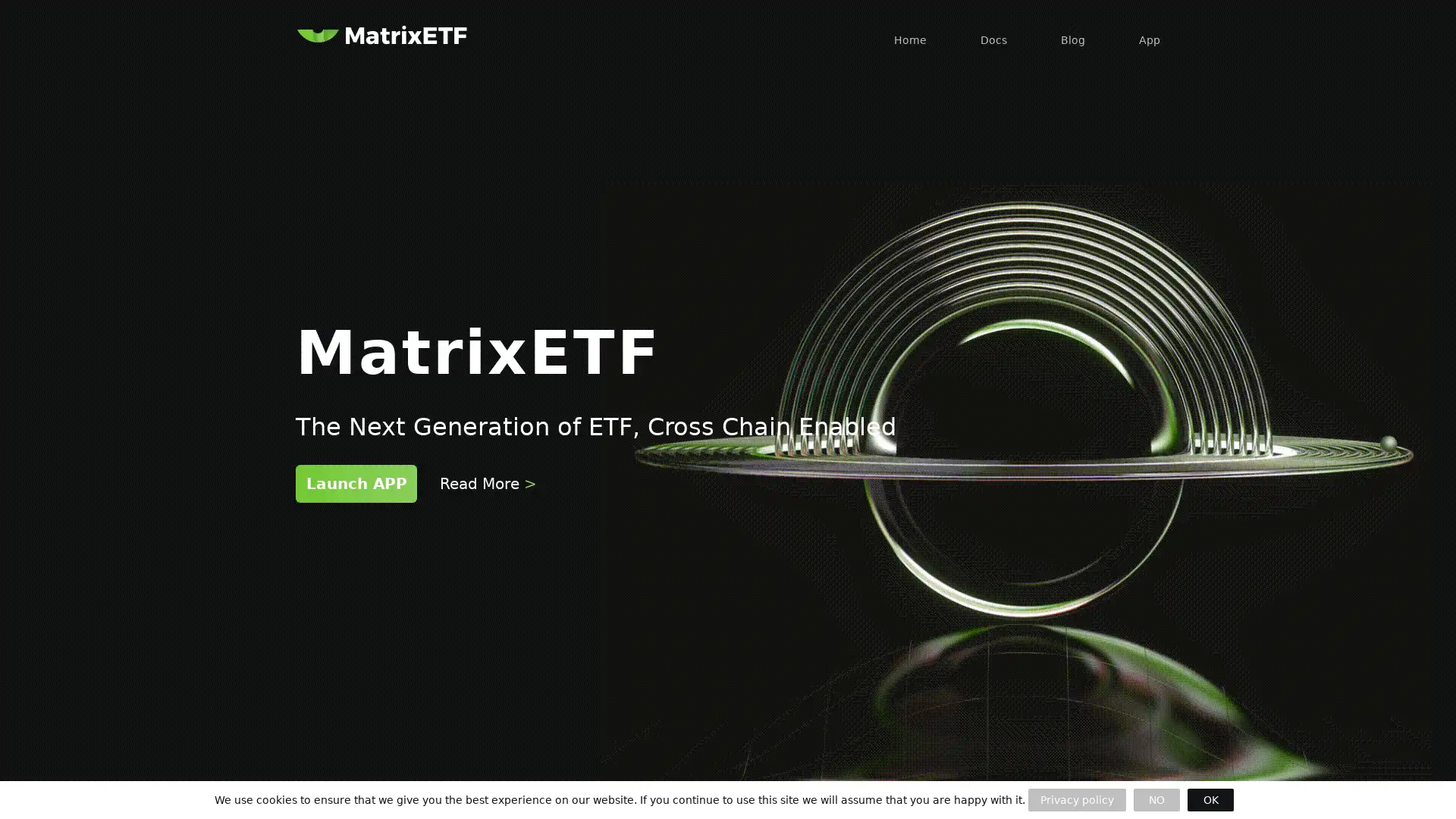 The image size is (1456, 819). What do you see at coordinates (1076, 799) in the screenshot?
I see `Privacy policy` at bounding box center [1076, 799].